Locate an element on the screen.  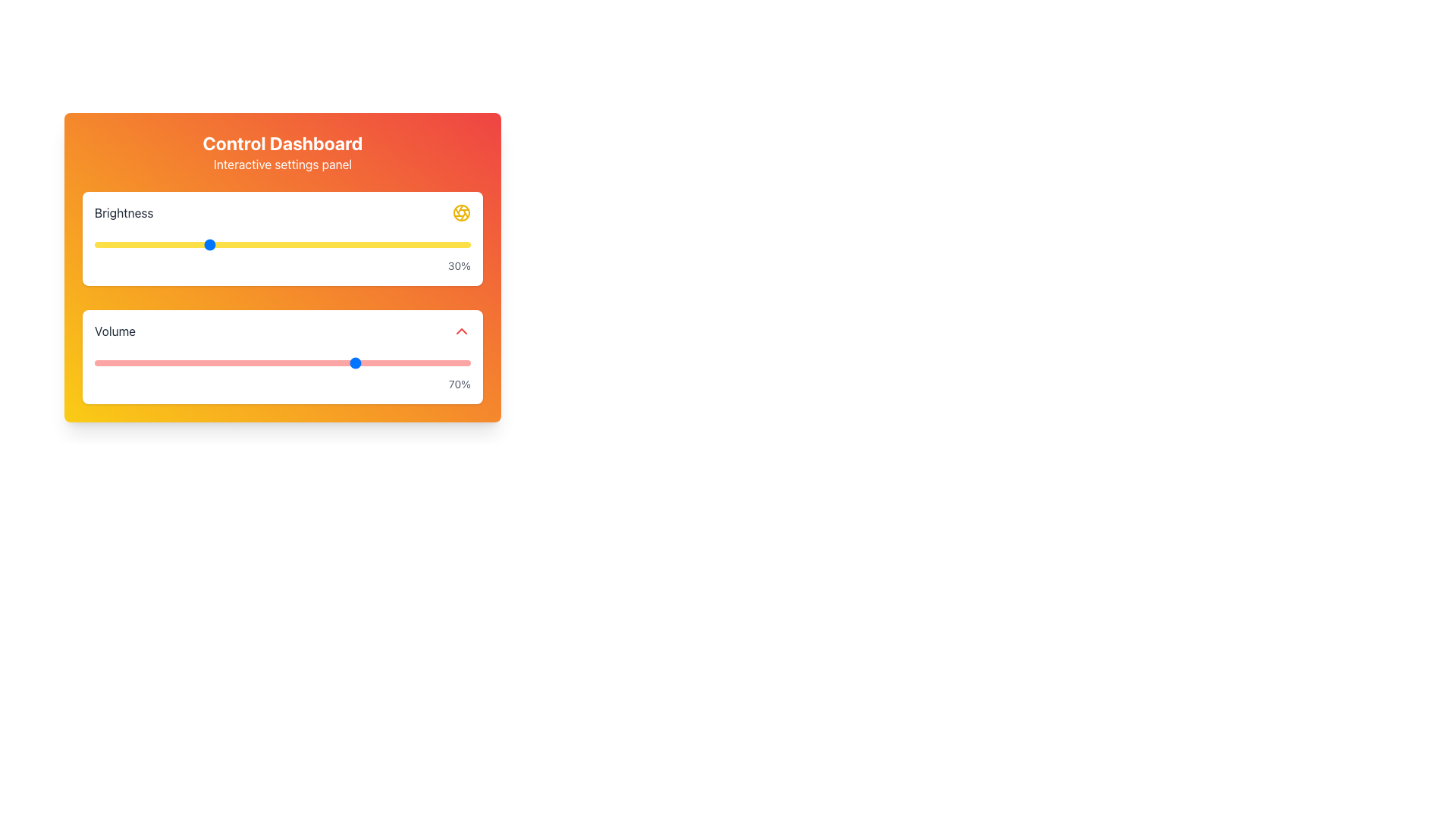
the static text element that denotes the title of the dashboard, located at the top-center of the interface is located at coordinates (283, 143).